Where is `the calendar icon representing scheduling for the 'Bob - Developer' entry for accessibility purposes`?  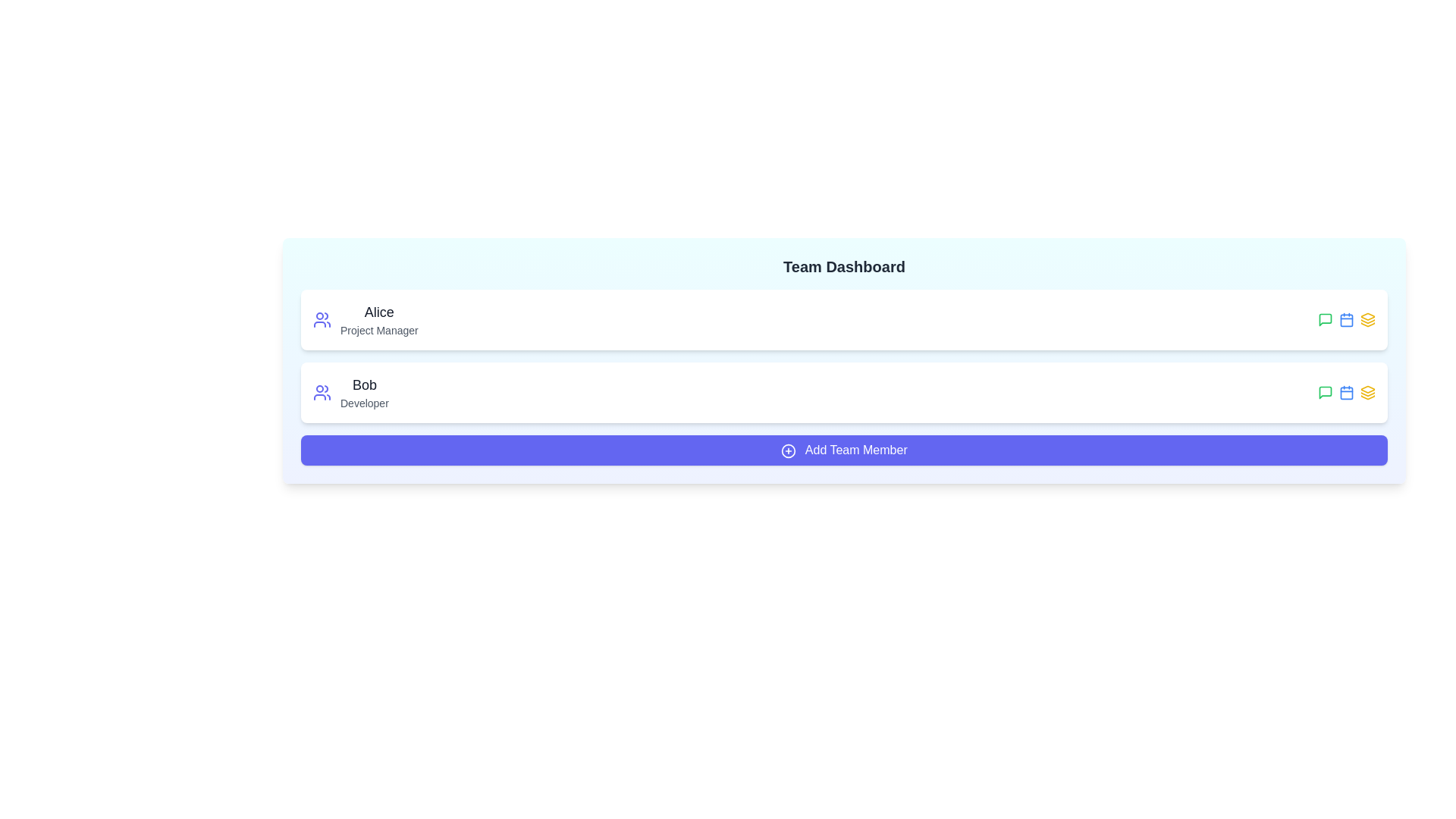 the calendar icon representing scheduling for the 'Bob - Developer' entry for accessibility purposes is located at coordinates (1347, 391).